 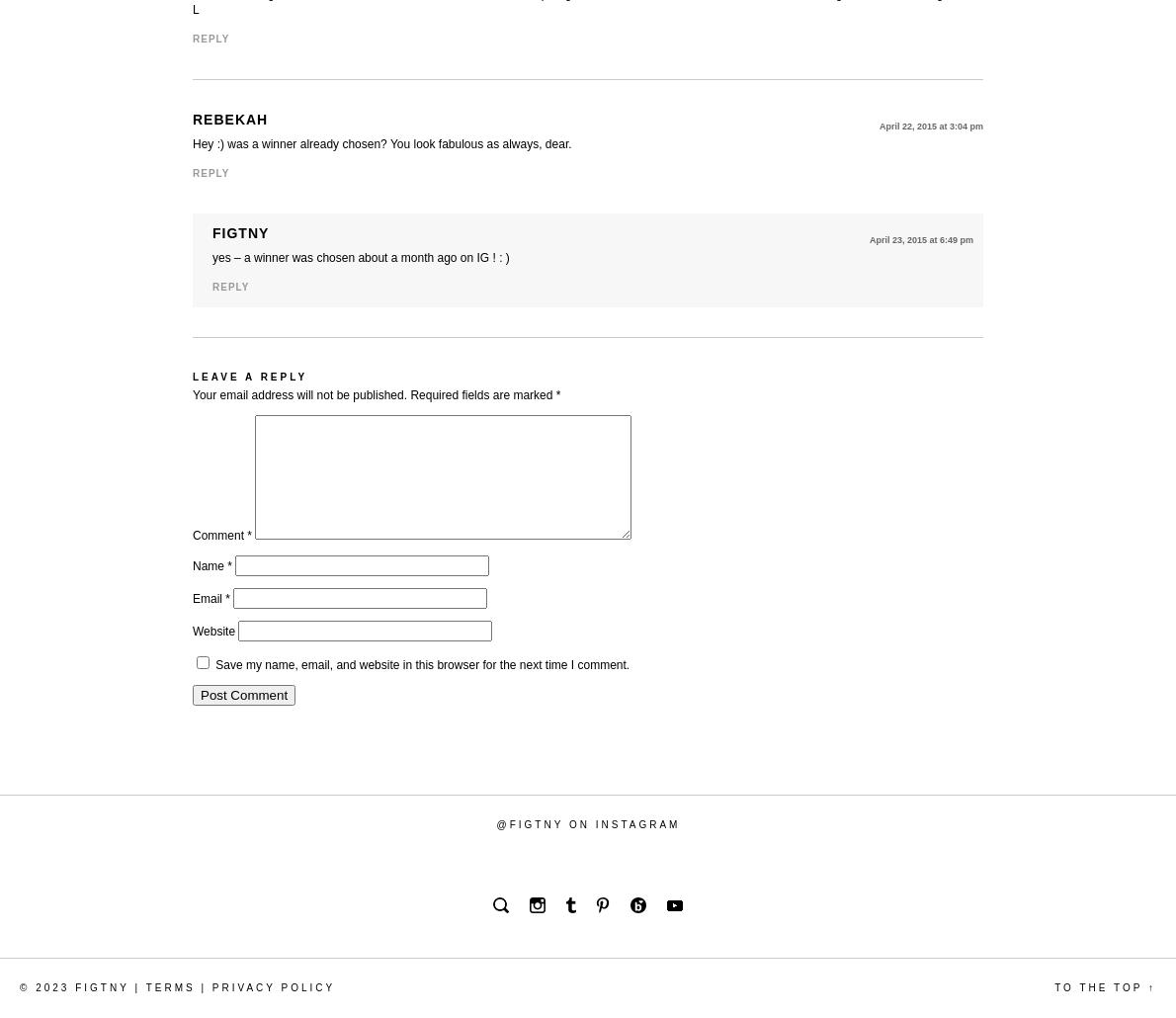 I want to click on 'TERMS', so click(x=168, y=986).